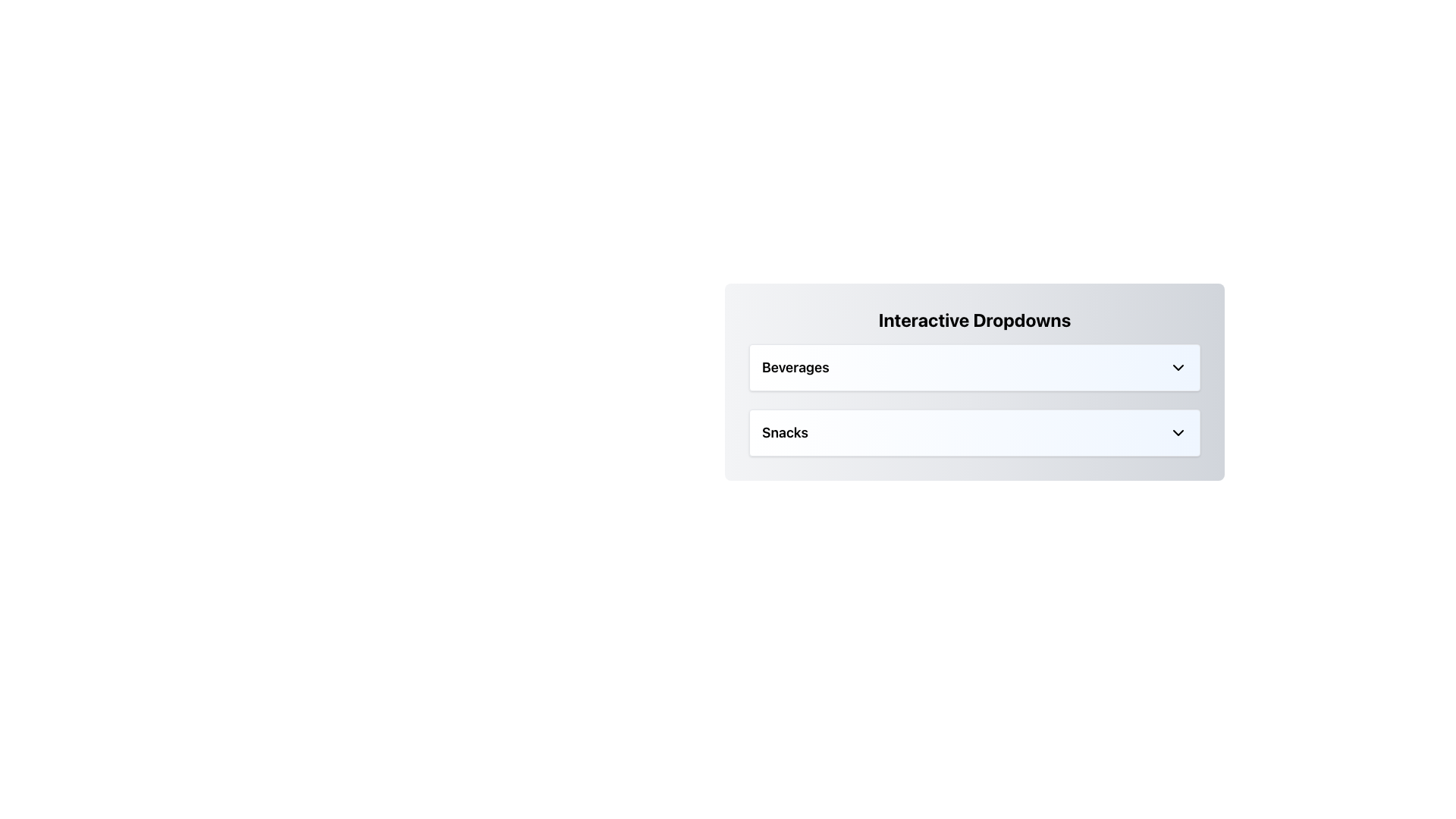  Describe the element at coordinates (974, 432) in the screenshot. I see `the dropdown trigger element labeled 'Snacks', which is styled with a white-to-blue gradient background and is located below the title 'Interactive Dropdowns'` at that location.